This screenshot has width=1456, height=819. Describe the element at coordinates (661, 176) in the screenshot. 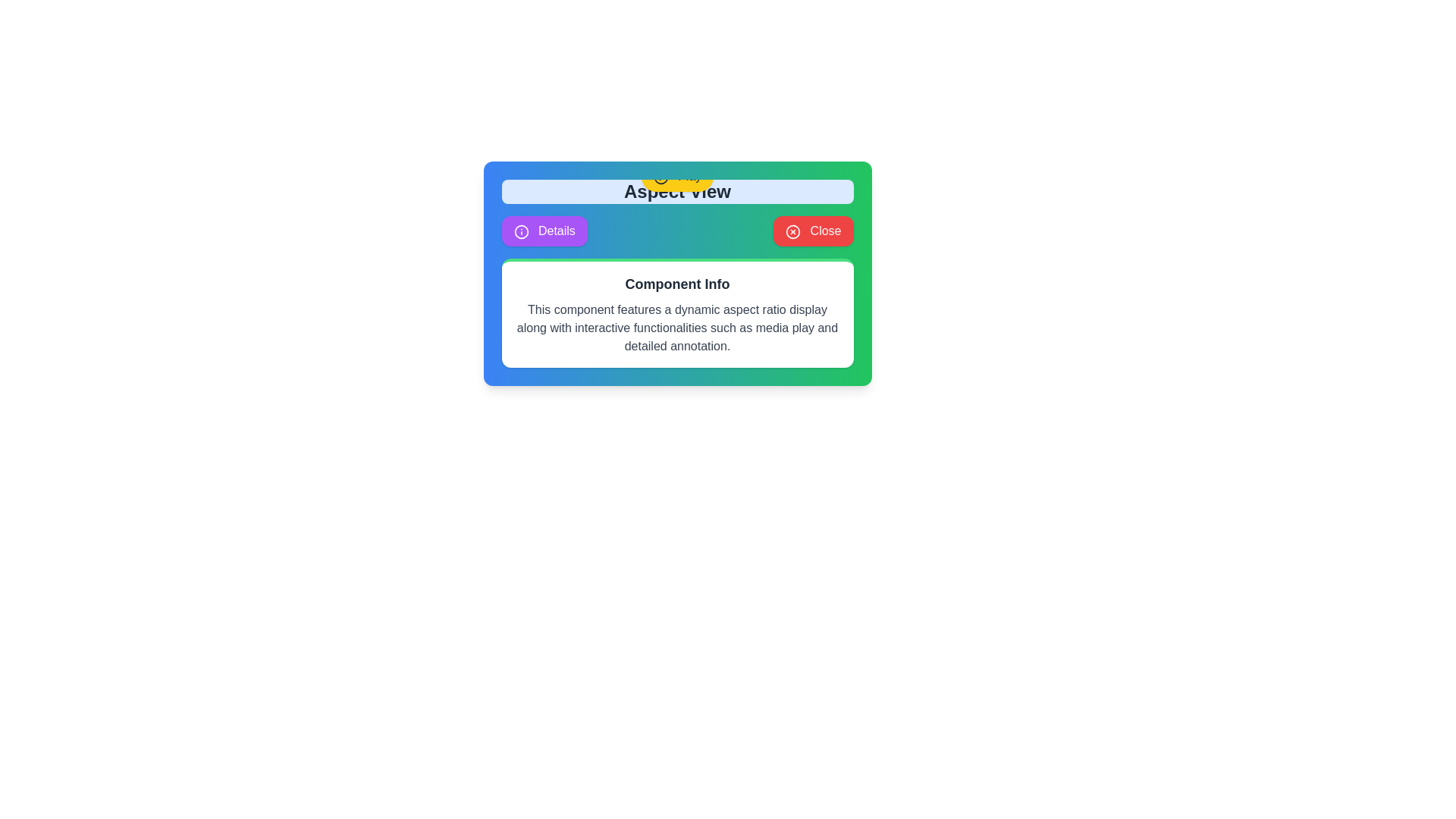

I see `the circular icon located centrally within the 'Aspect view' dialog box, which is bordered and part of a grouped vector graphic, depending on the context` at that location.